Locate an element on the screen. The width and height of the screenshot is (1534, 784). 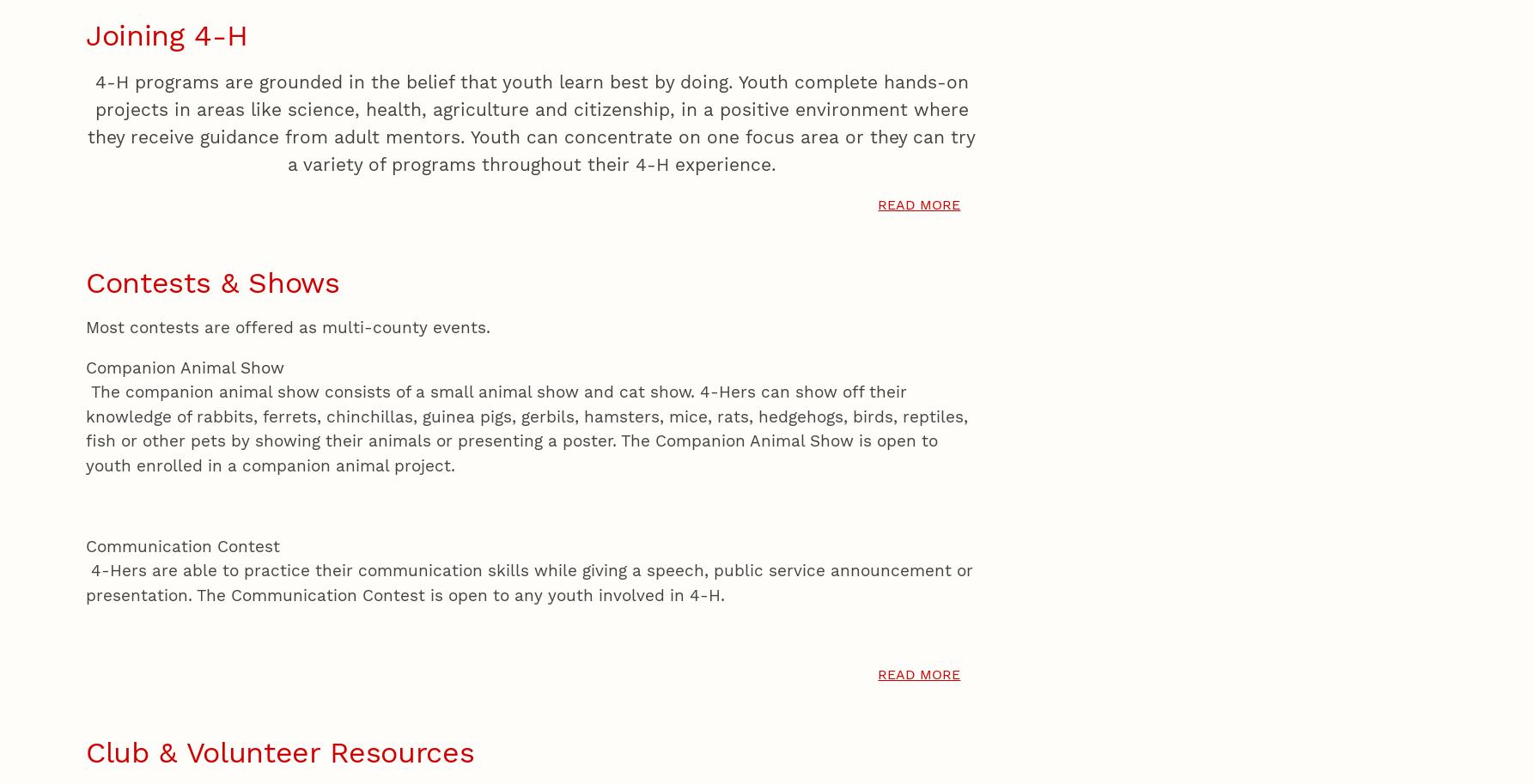
'UNL web framework and quality assurance provided by the' is located at coordinates (265, 107).